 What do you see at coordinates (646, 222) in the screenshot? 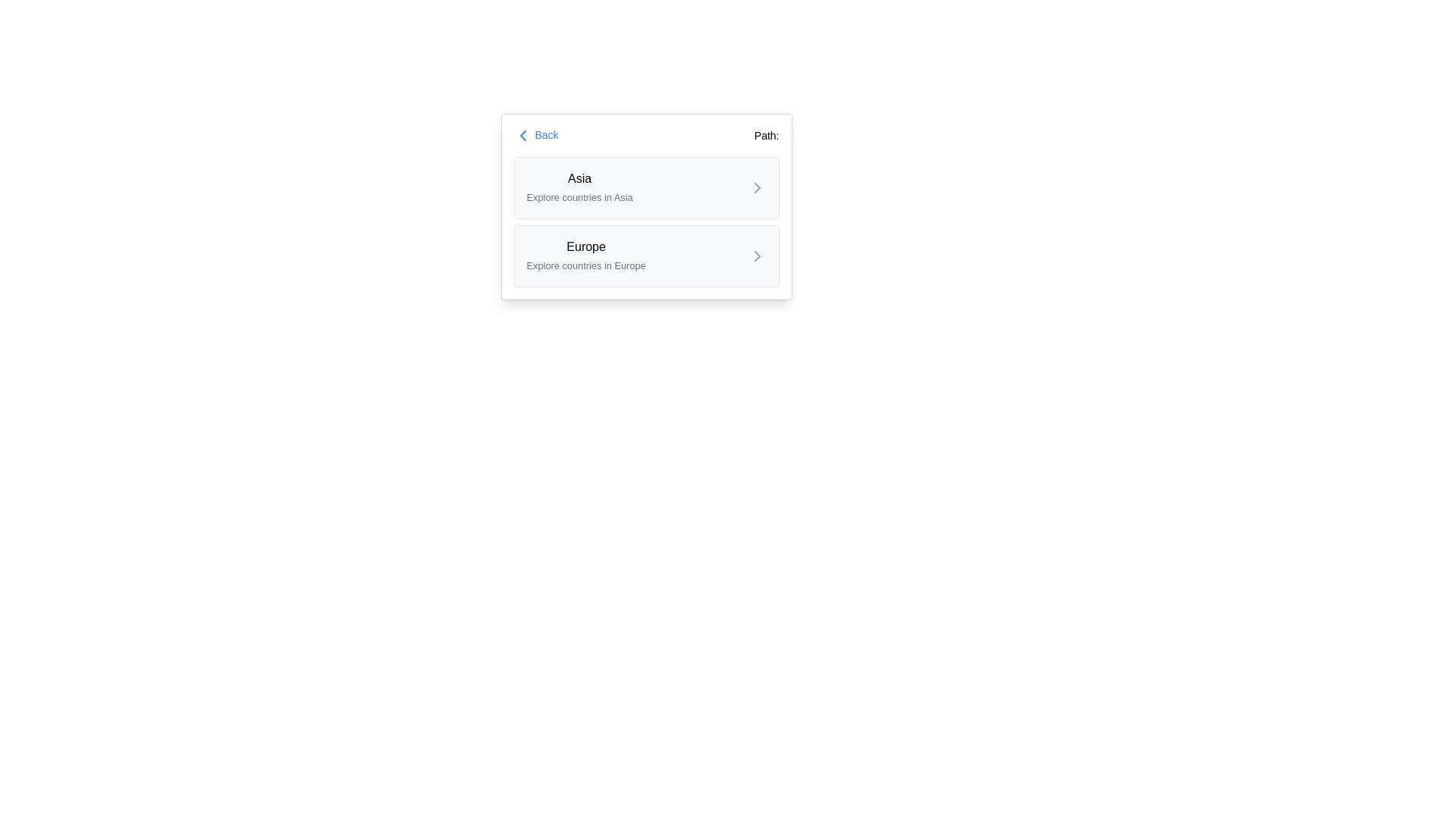
I see `the highlighted regions within the interactive subsections of the central navigational menu that allows access to 'Asia' and 'Europe'` at bounding box center [646, 222].